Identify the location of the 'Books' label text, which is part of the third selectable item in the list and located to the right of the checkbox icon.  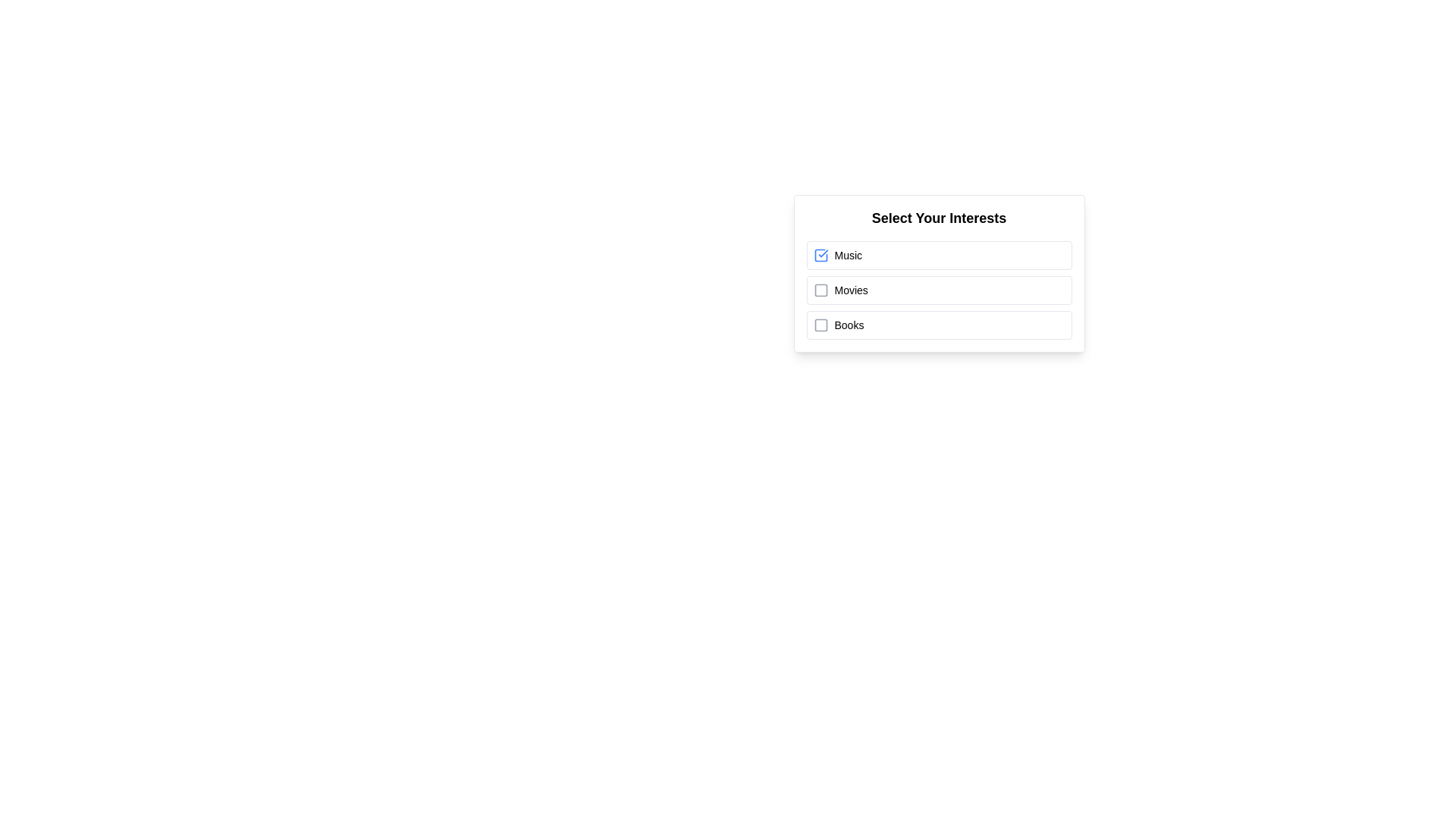
(848, 324).